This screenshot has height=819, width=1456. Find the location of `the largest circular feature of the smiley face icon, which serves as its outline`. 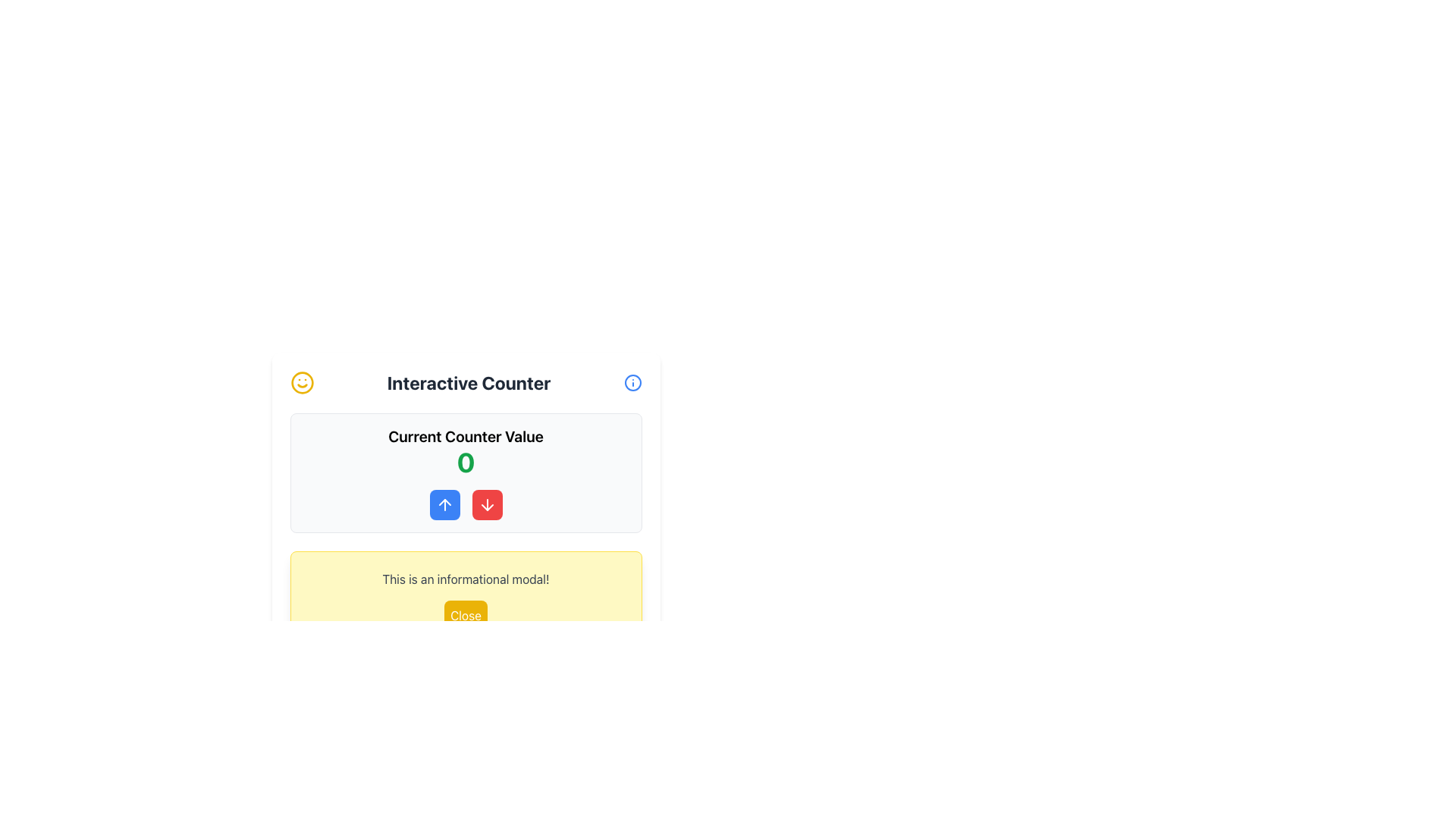

the largest circular feature of the smiley face icon, which serves as its outline is located at coordinates (302, 382).